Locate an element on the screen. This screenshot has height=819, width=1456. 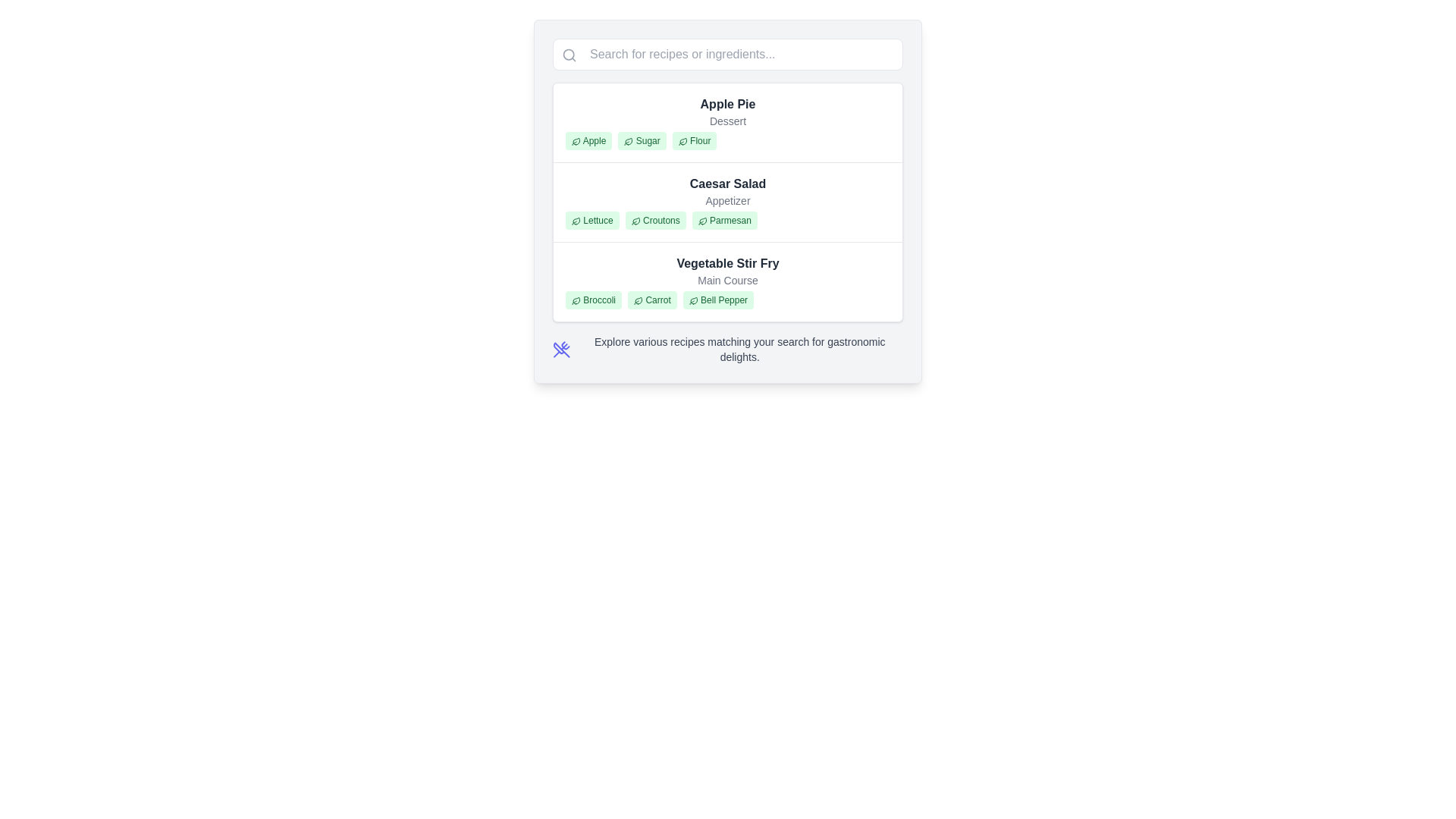
the 'Carrot' badge, which is the second item from the left in the 'Vegetable Stir Fry' section, if it is interactive is located at coordinates (652, 300).